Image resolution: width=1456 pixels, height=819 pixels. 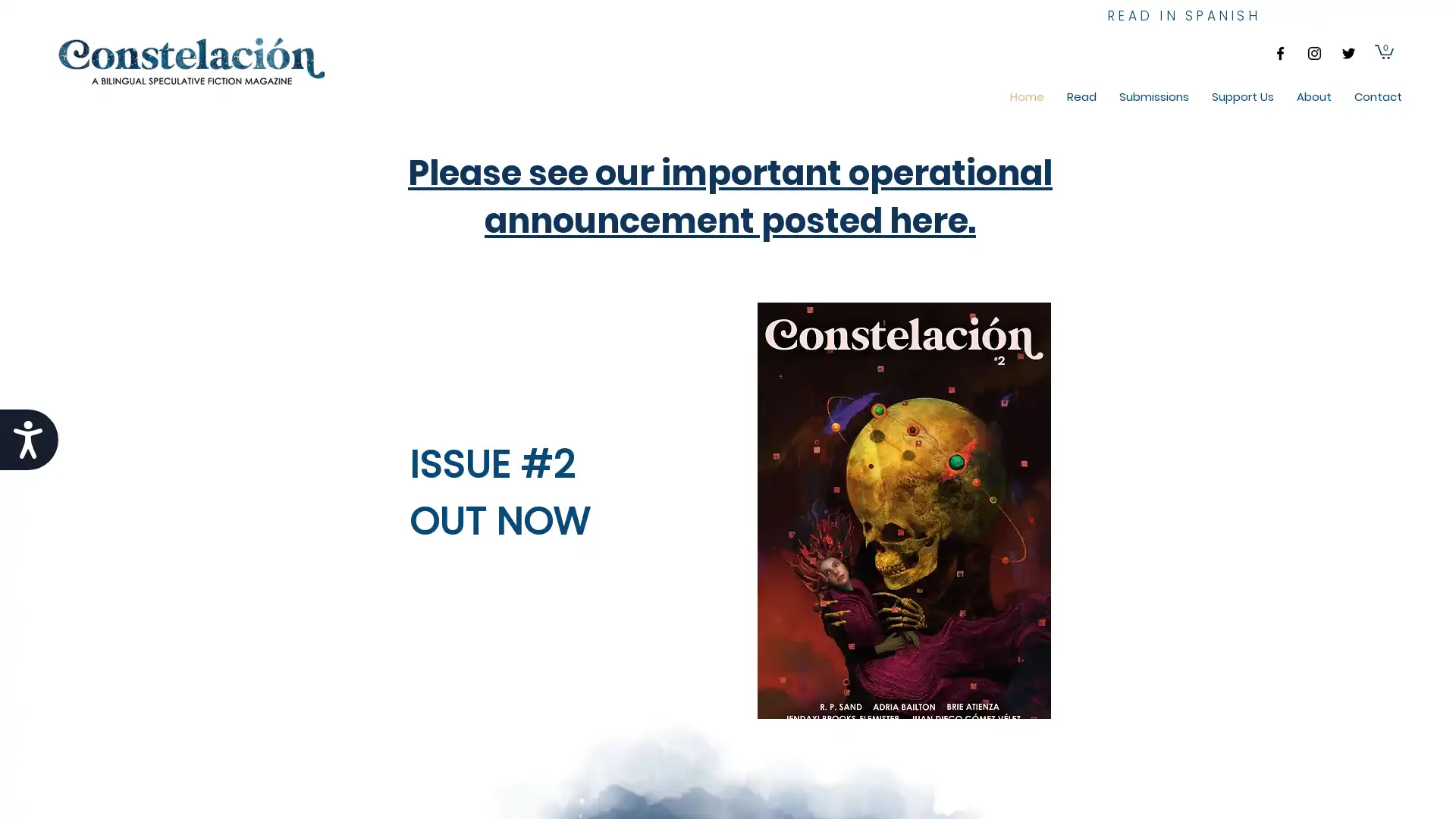 What do you see at coordinates (1437, 792) in the screenshot?
I see `Close` at bounding box center [1437, 792].